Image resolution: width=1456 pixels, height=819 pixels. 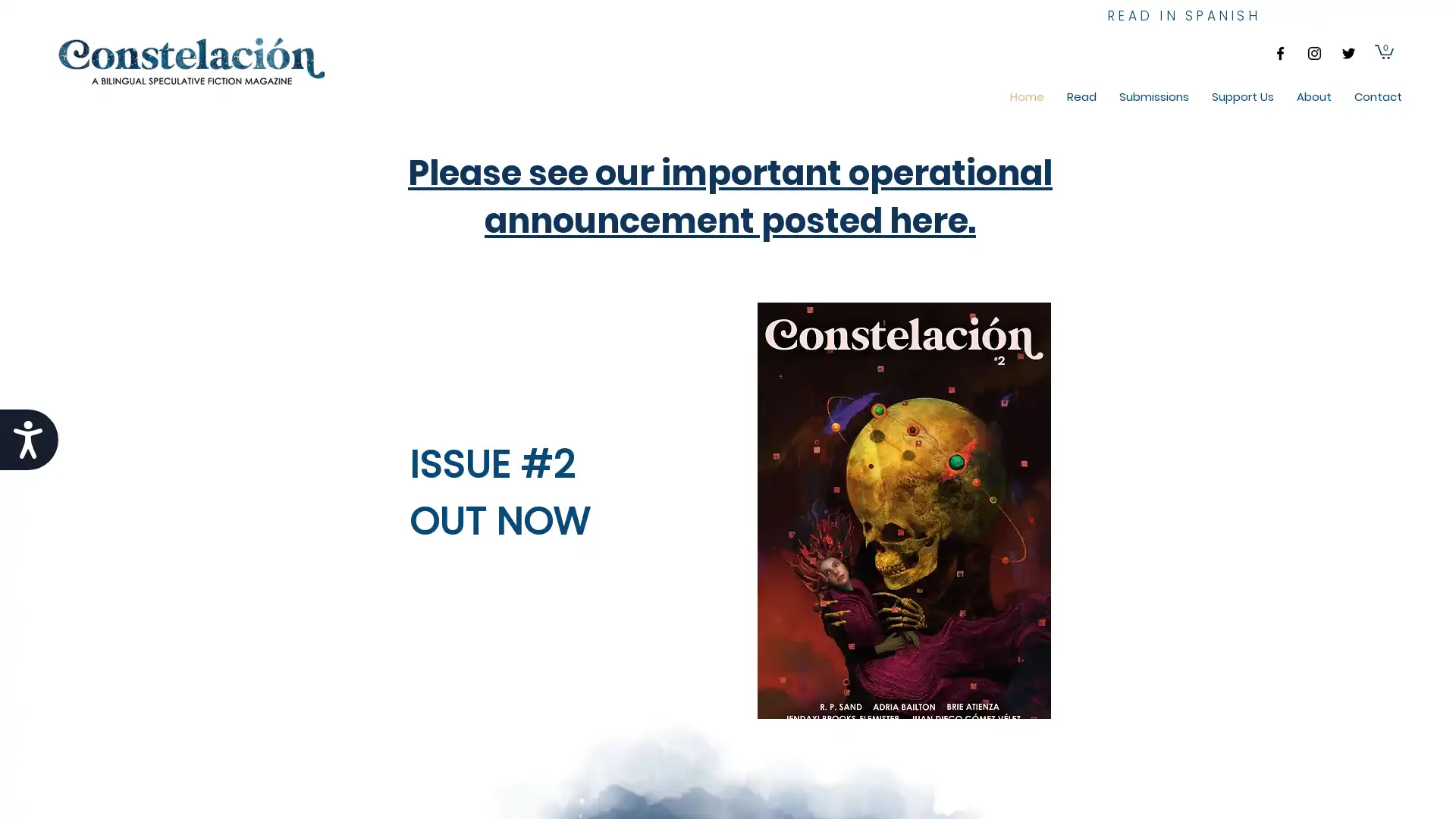 What do you see at coordinates (1437, 792) in the screenshot?
I see `Close` at bounding box center [1437, 792].